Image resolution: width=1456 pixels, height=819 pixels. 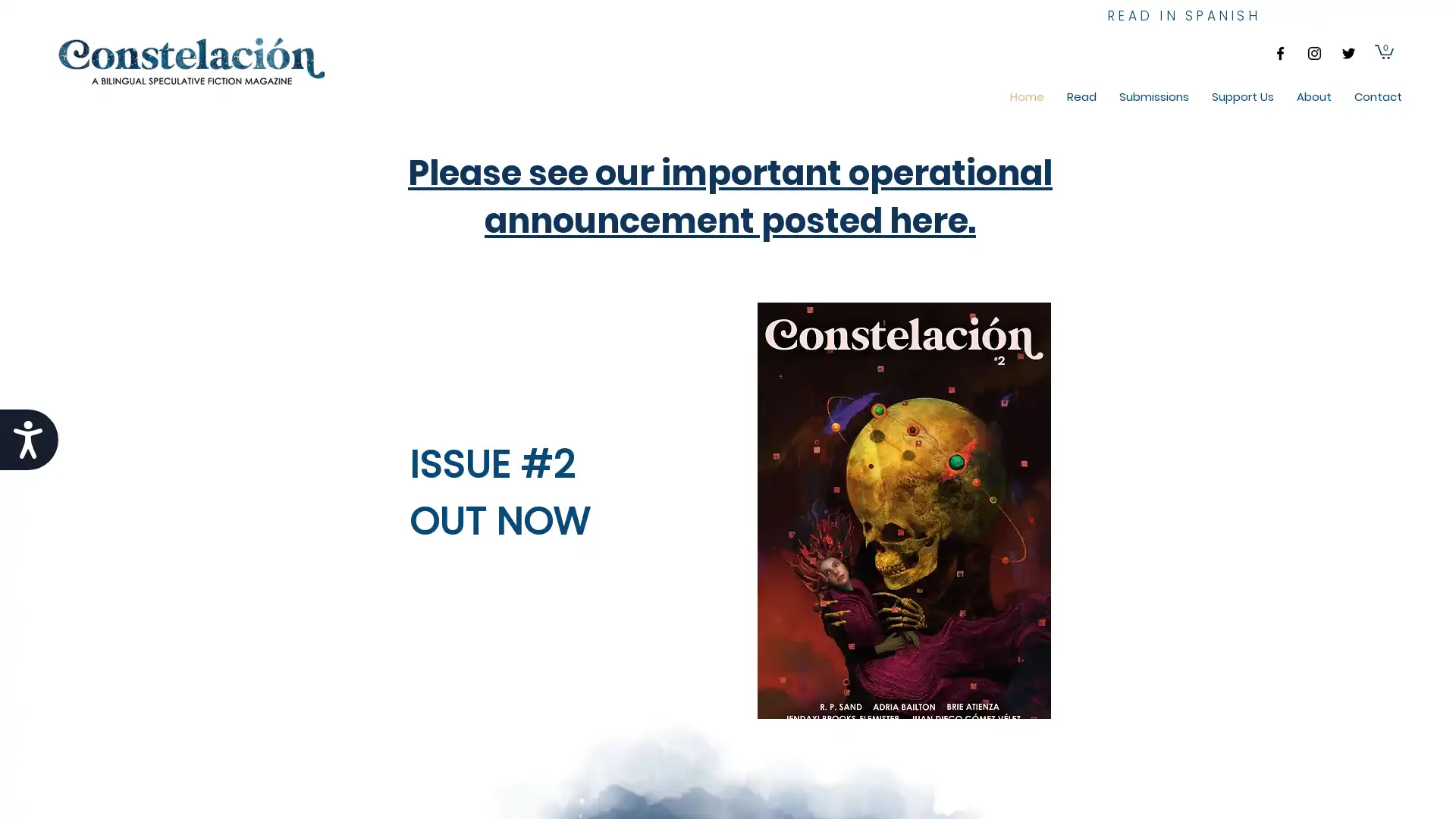 What do you see at coordinates (1437, 792) in the screenshot?
I see `Close` at bounding box center [1437, 792].